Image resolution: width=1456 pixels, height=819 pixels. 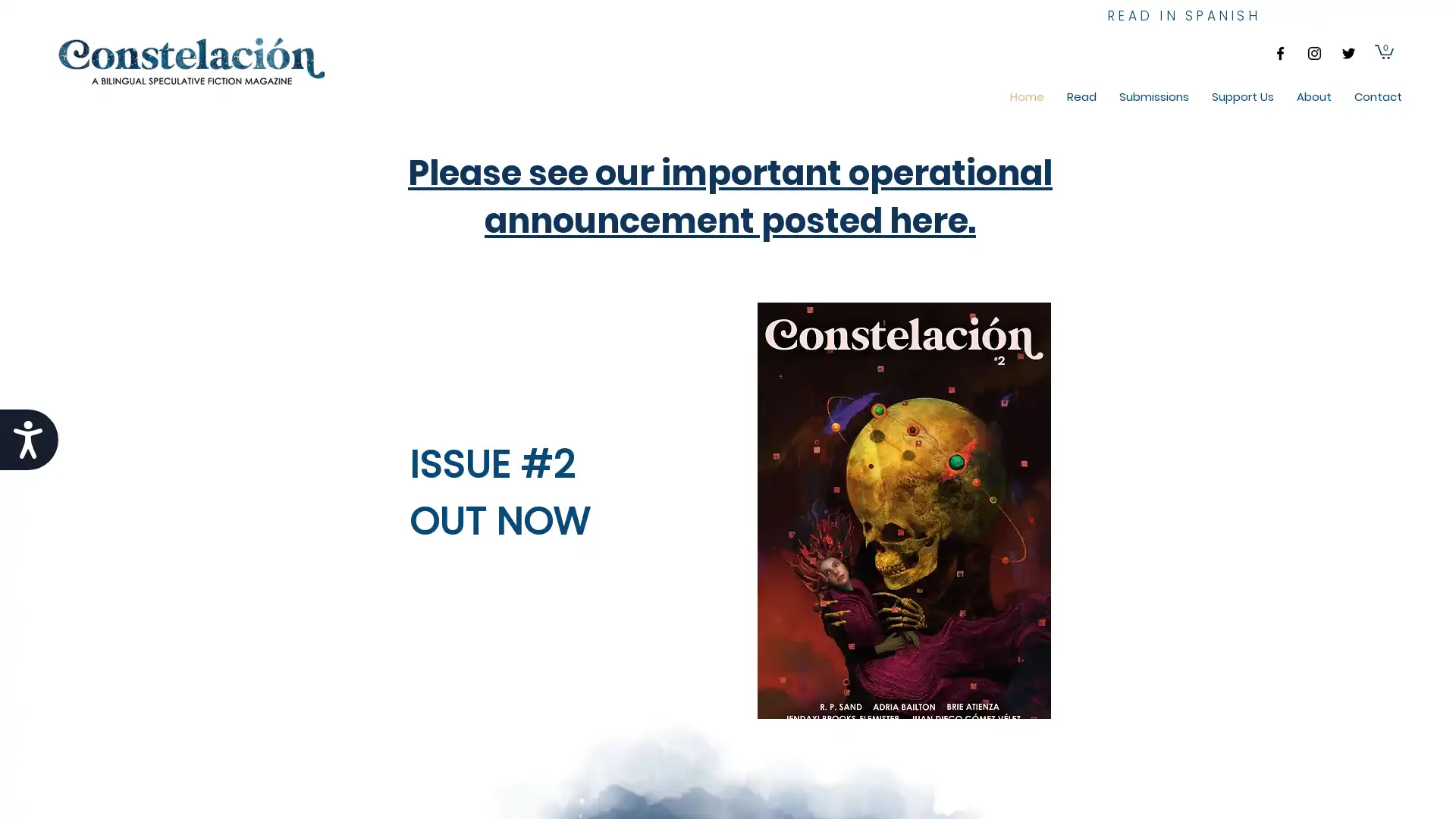 What do you see at coordinates (1437, 792) in the screenshot?
I see `Close` at bounding box center [1437, 792].